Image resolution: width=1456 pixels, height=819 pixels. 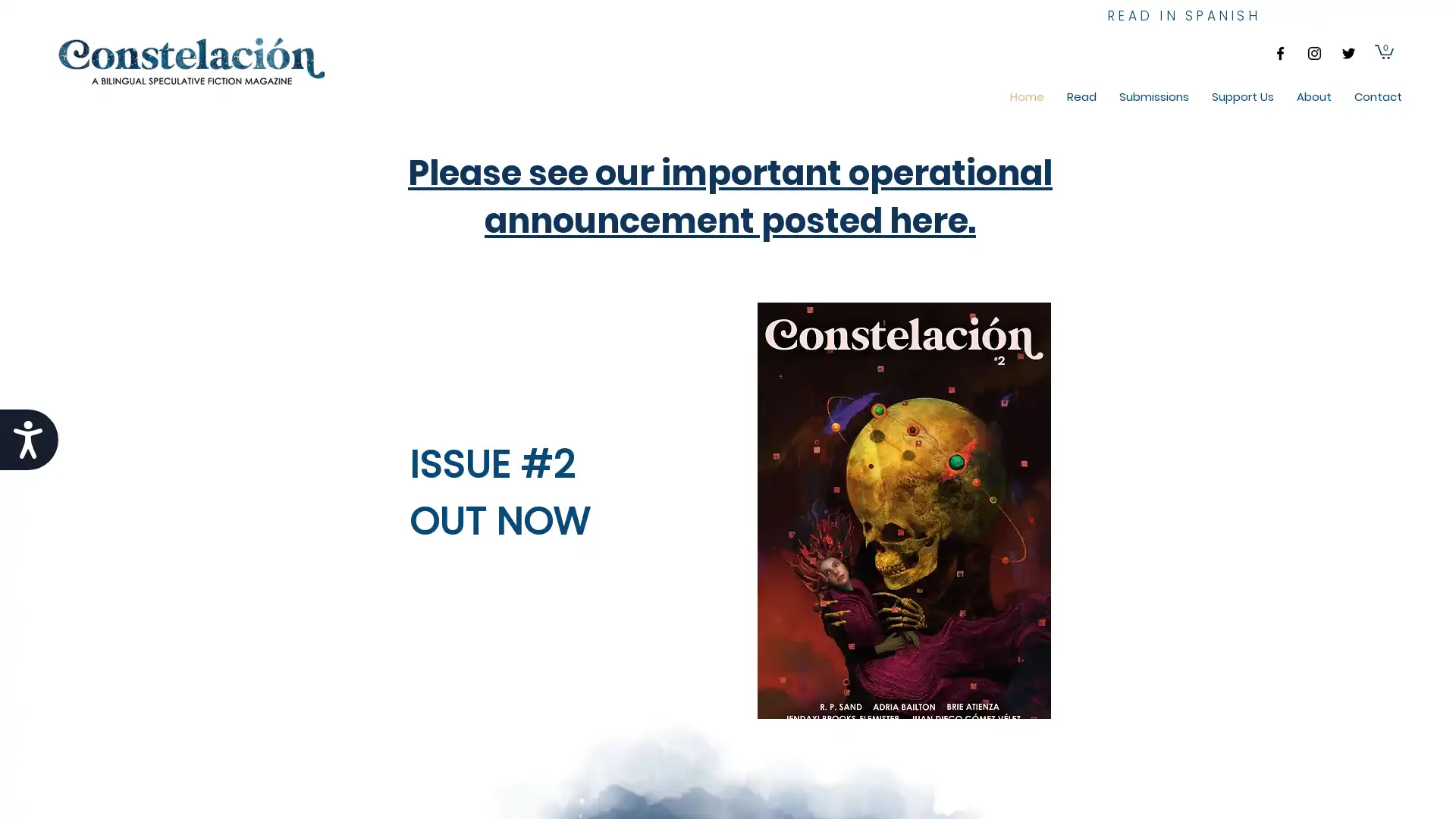 What do you see at coordinates (1437, 792) in the screenshot?
I see `Close` at bounding box center [1437, 792].